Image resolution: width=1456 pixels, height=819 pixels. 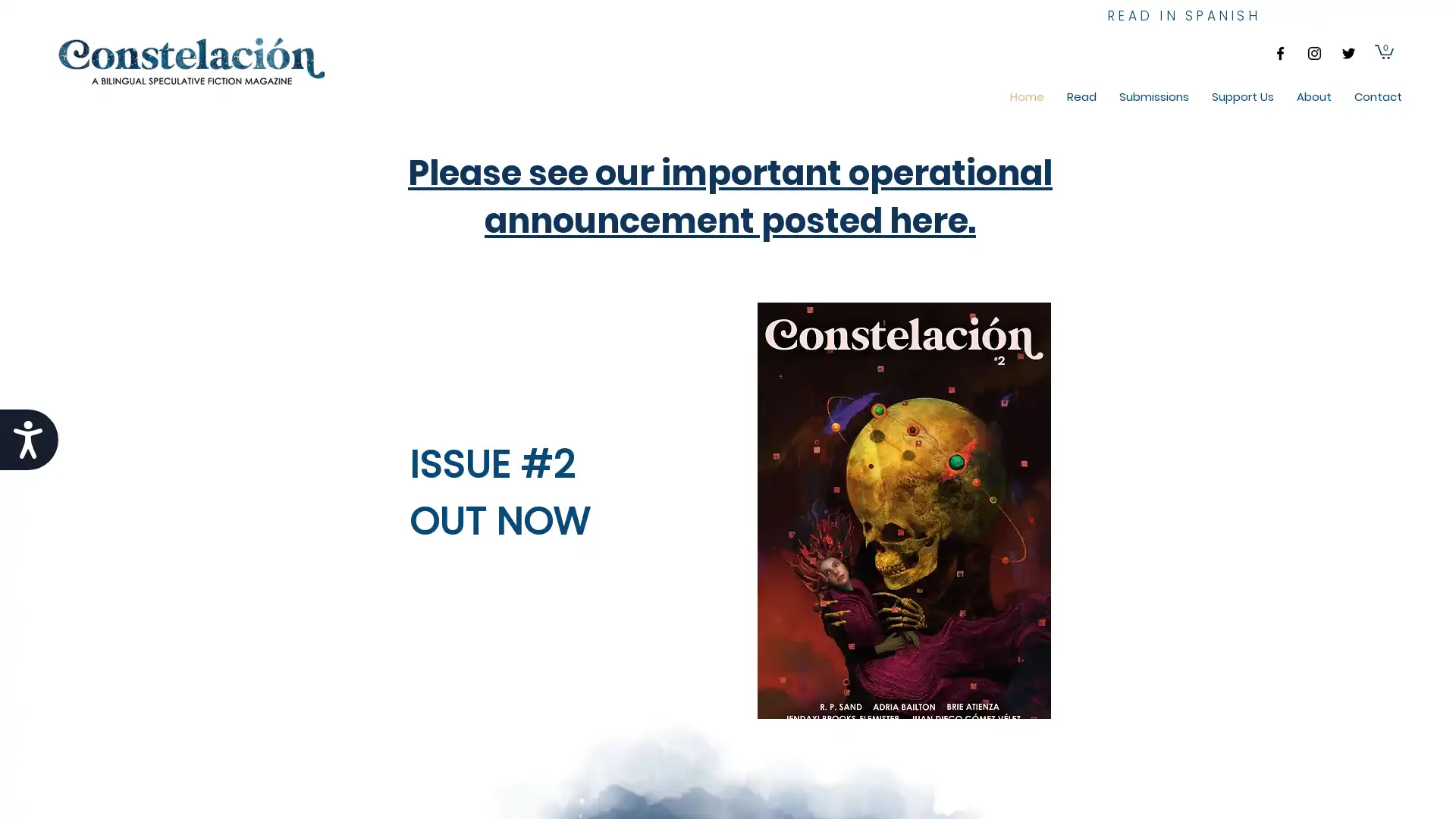 What do you see at coordinates (1437, 792) in the screenshot?
I see `Close` at bounding box center [1437, 792].